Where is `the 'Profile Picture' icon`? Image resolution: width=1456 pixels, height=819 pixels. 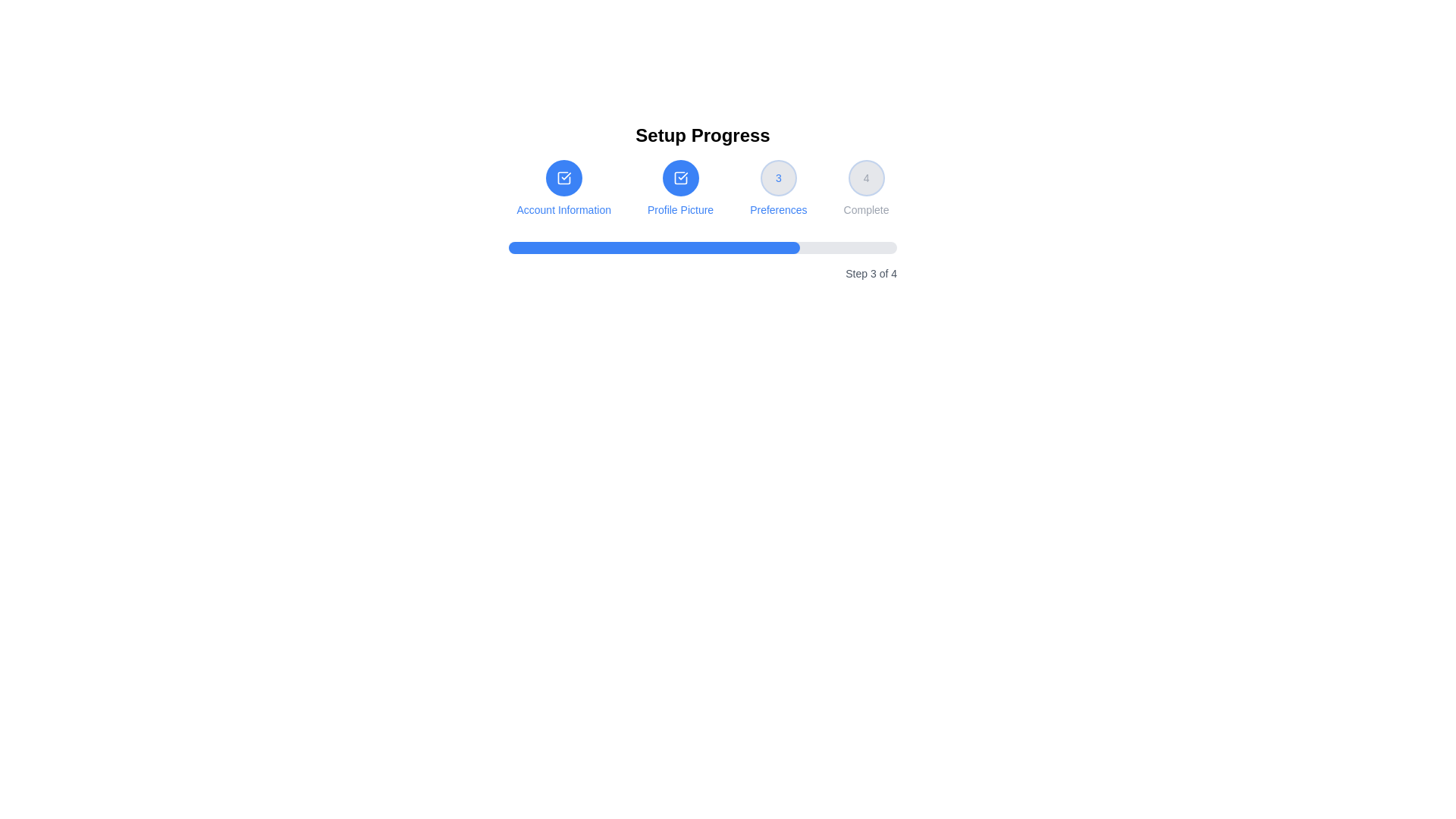 the 'Profile Picture' icon is located at coordinates (679, 188).